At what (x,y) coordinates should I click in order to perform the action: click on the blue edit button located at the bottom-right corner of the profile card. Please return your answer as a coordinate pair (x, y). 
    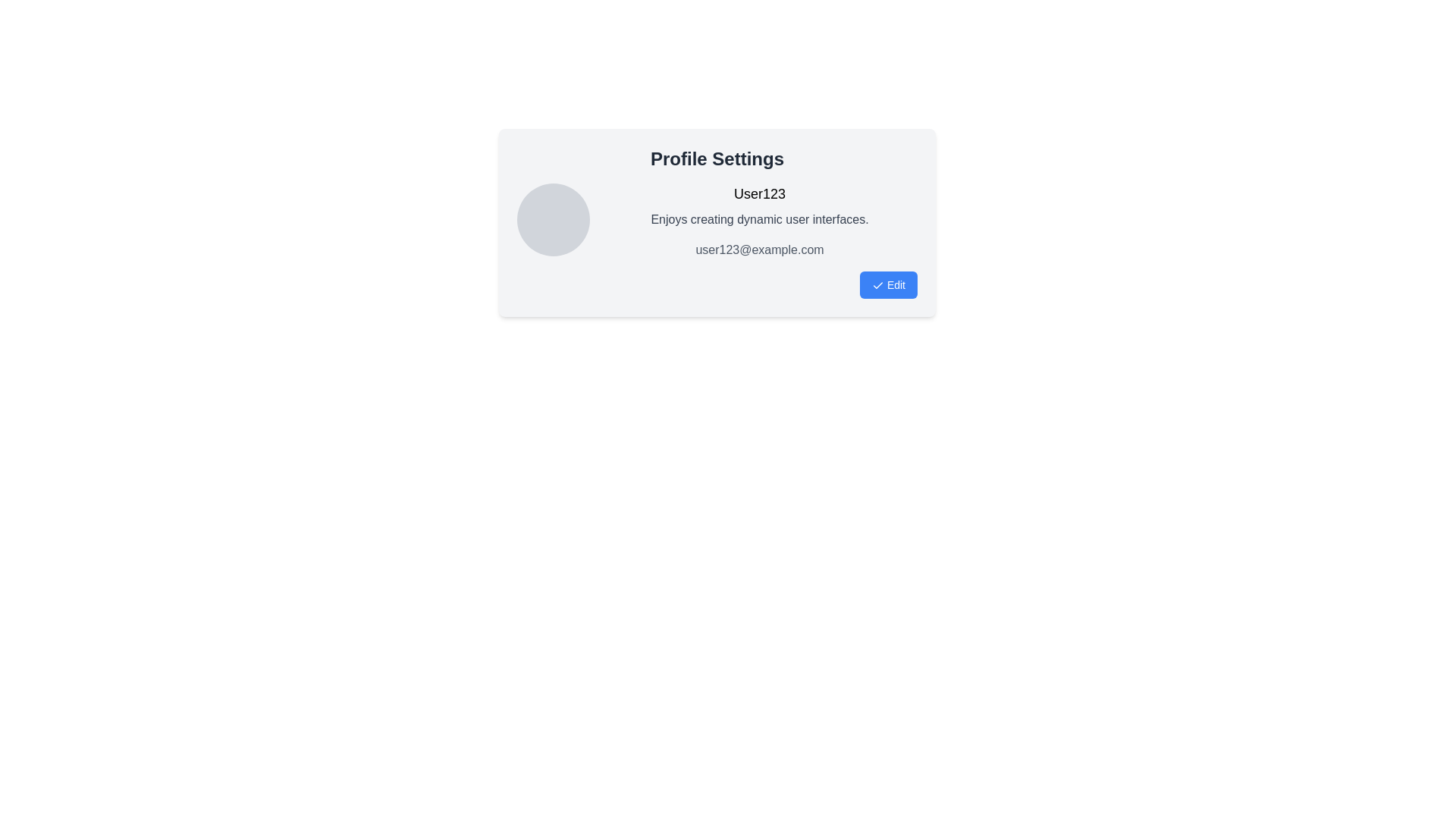
    Looking at the image, I should click on (888, 284).